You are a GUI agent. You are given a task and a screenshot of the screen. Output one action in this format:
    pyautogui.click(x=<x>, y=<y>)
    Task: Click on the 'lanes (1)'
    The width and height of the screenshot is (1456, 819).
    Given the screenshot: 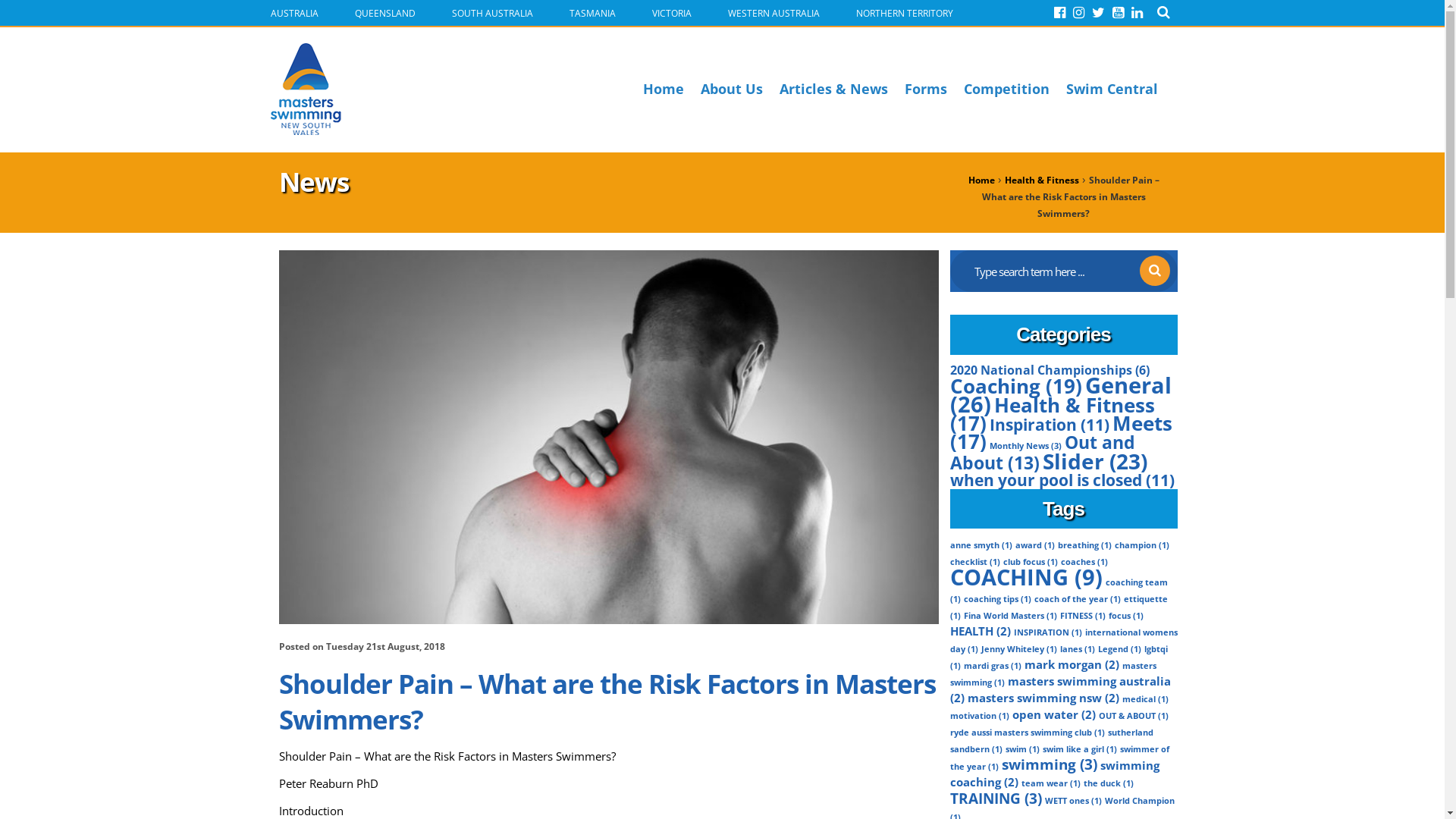 What is the action you would take?
    pyautogui.click(x=1059, y=648)
    